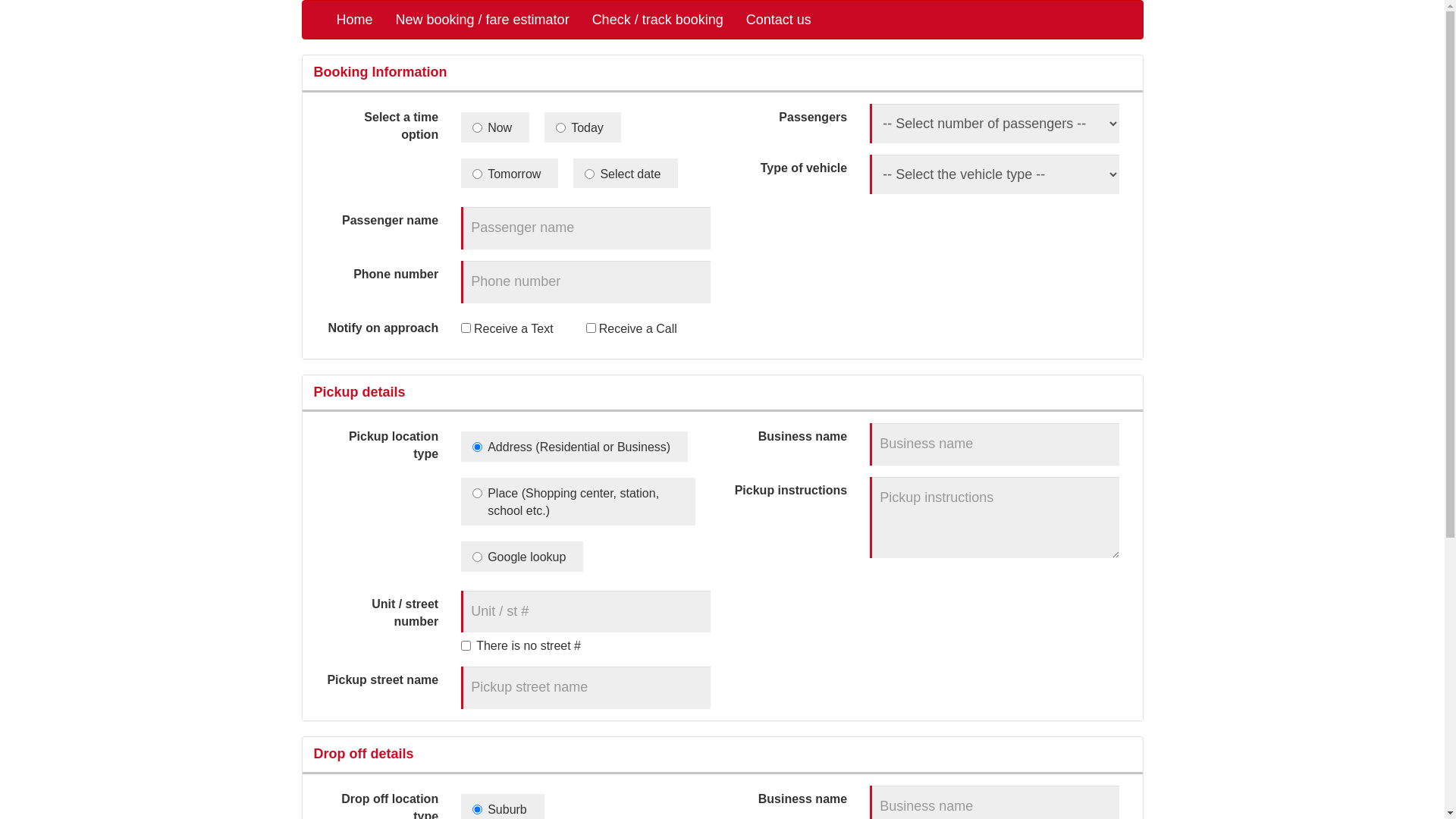 This screenshot has height=819, width=1456. Describe the element at coordinates (779, 20) in the screenshot. I see `'Contact us'` at that location.